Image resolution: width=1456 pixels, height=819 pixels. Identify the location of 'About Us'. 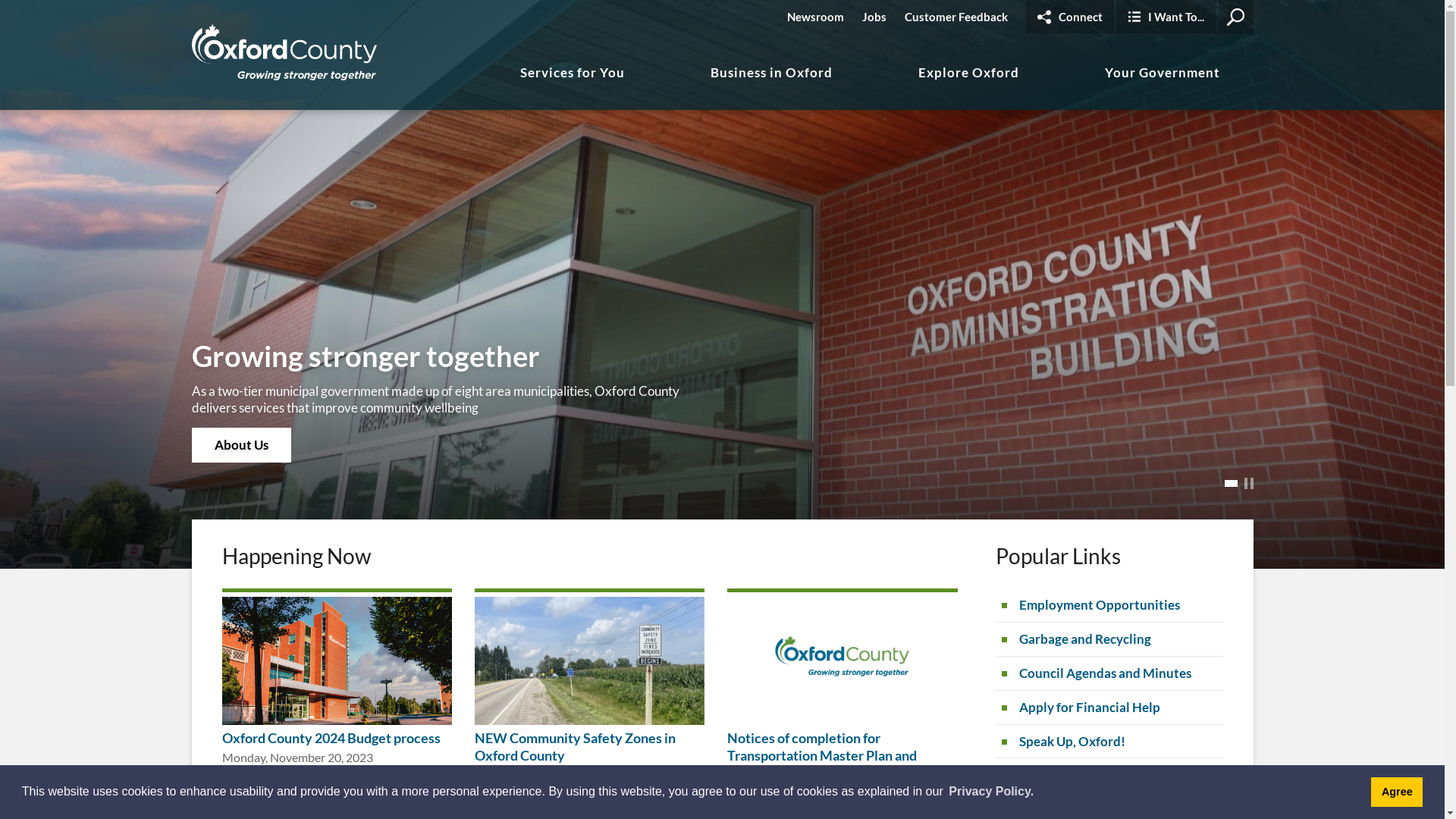
(240, 444).